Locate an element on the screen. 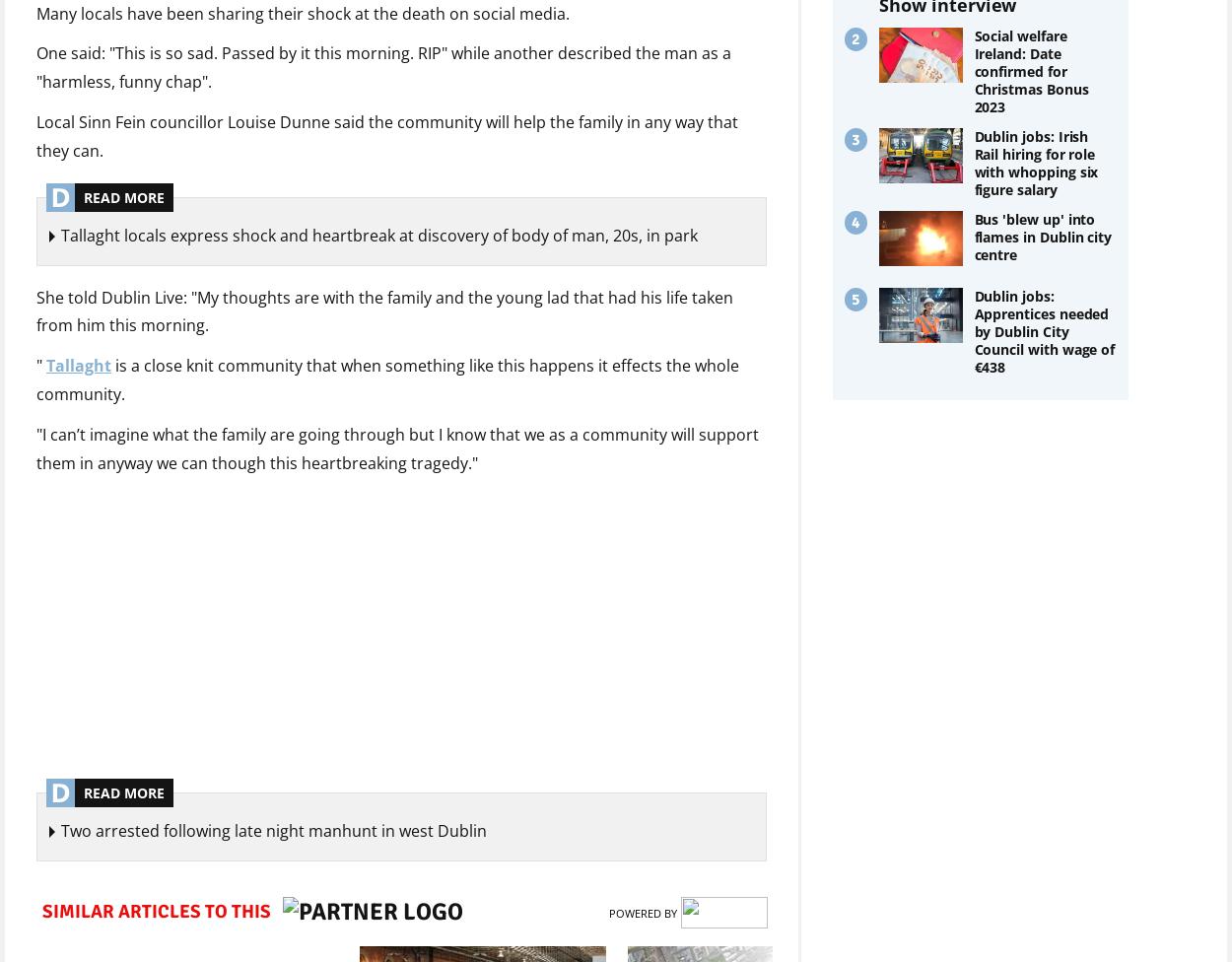  'is a close knit community that when something like this happens it effects the whole community.' is located at coordinates (36, 378).